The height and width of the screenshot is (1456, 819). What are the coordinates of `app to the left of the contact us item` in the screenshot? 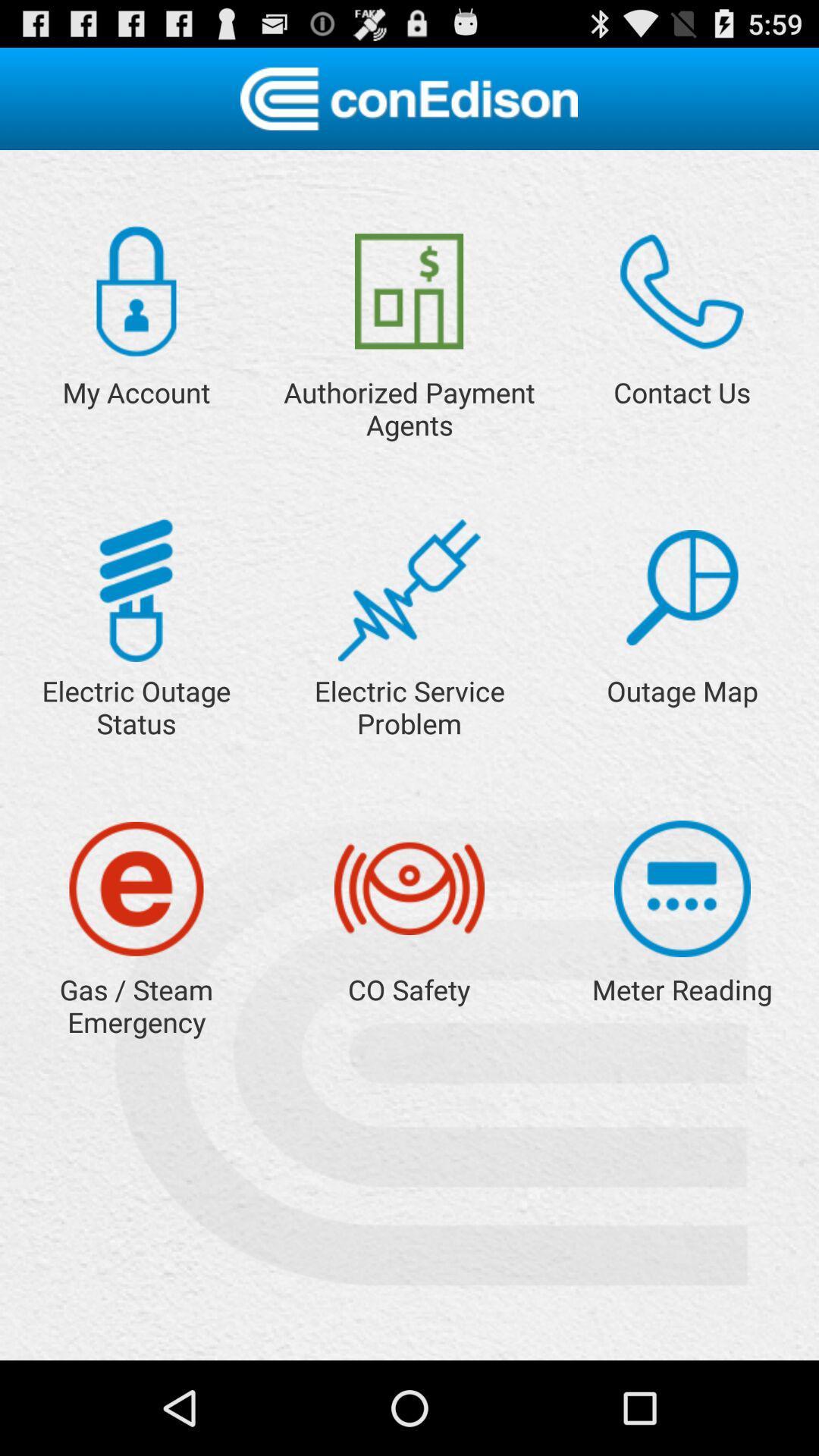 It's located at (408, 291).